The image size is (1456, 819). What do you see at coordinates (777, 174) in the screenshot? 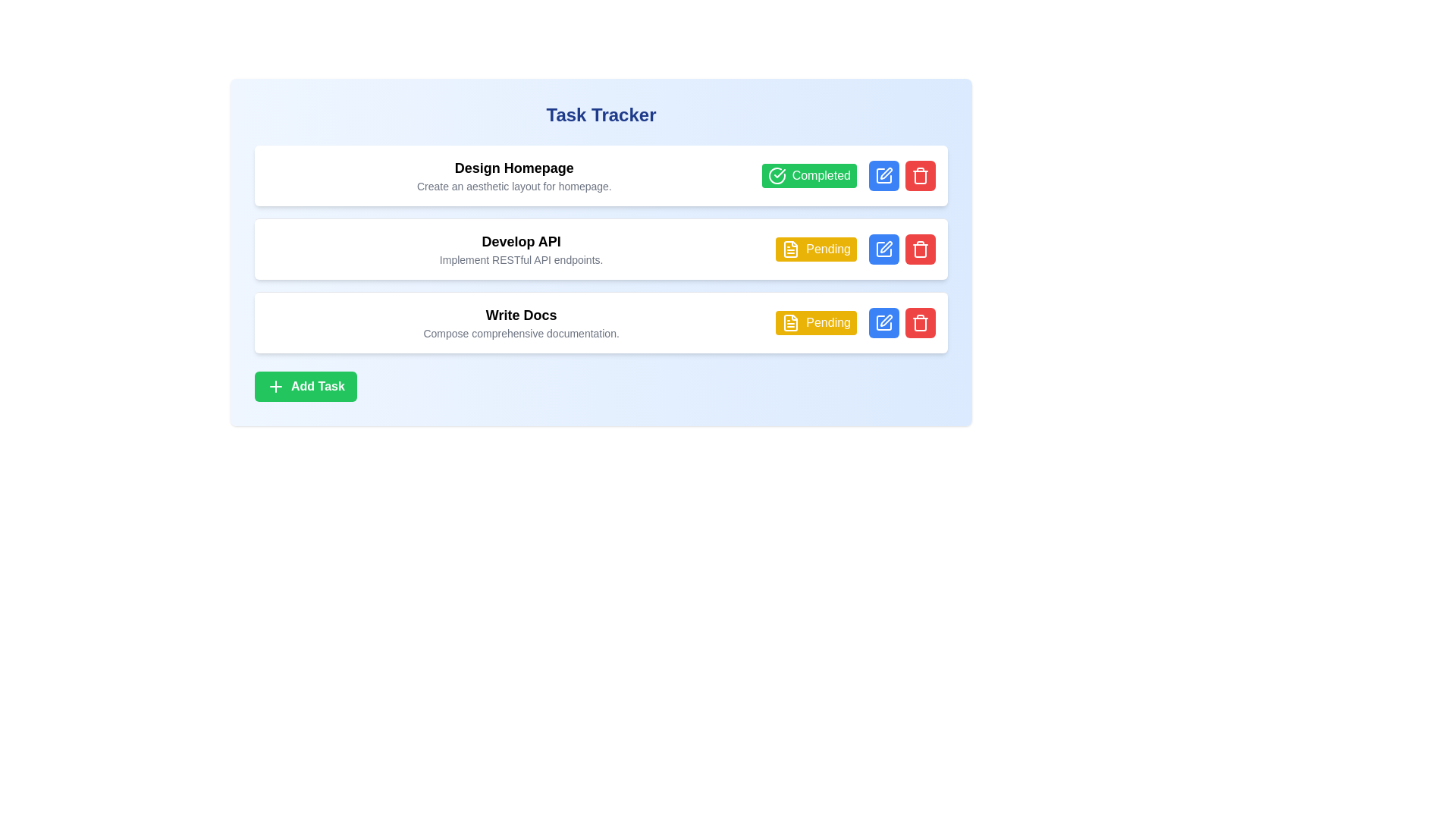
I see `the completion status icon located to the left of the 'Completed' label within the green rectangular badge in the 'Design Homepage' task row at the top of the task list` at bounding box center [777, 174].